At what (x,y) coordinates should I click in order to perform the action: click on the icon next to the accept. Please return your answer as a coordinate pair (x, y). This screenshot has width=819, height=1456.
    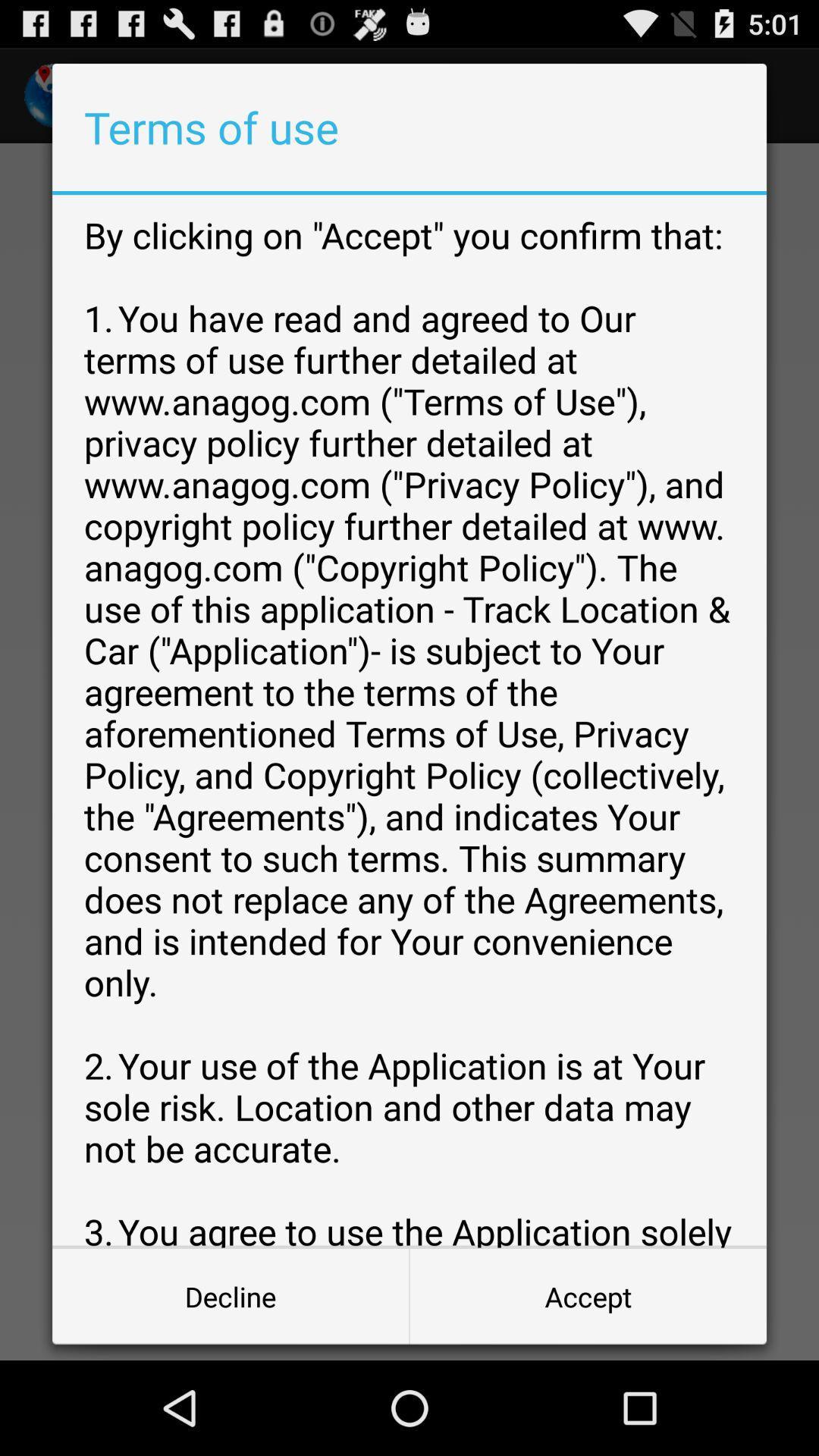
    Looking at the image, I should click on (231, 1295).